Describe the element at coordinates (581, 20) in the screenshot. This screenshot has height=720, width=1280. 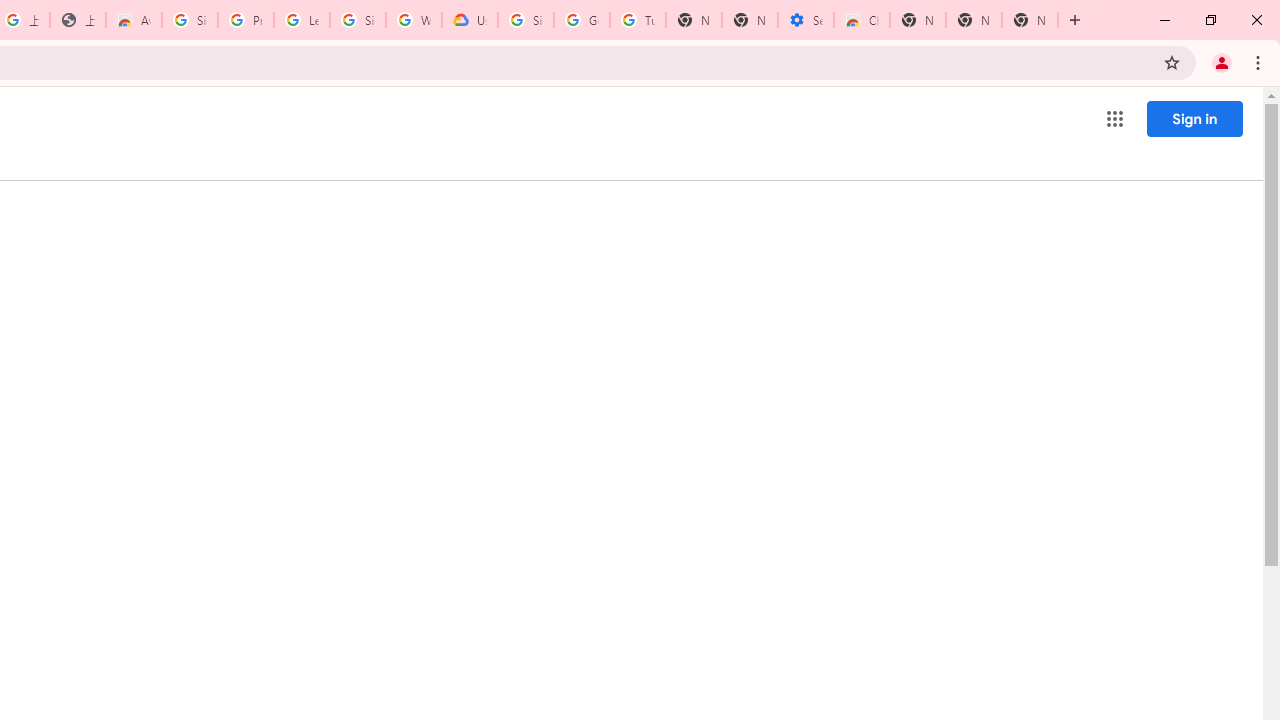
I see `'Google Account Help'` at that location.